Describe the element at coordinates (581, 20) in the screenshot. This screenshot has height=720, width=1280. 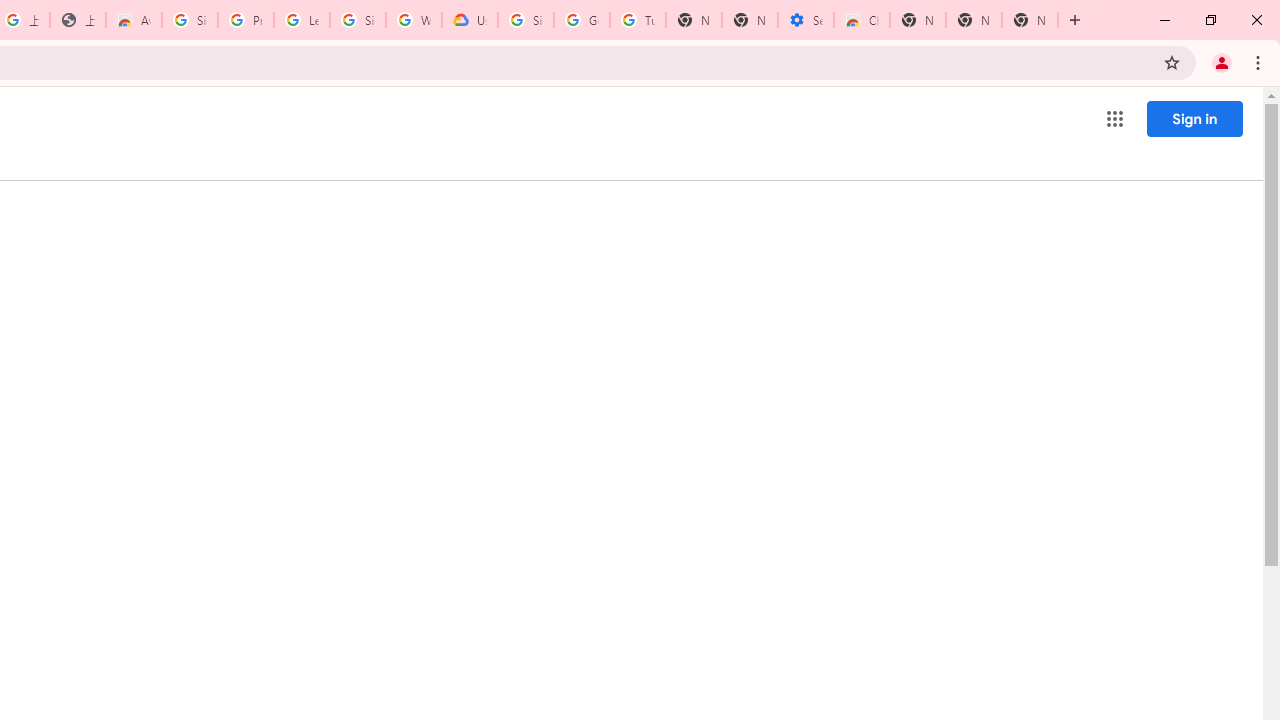
I see `'Google Account Help'` at that location.